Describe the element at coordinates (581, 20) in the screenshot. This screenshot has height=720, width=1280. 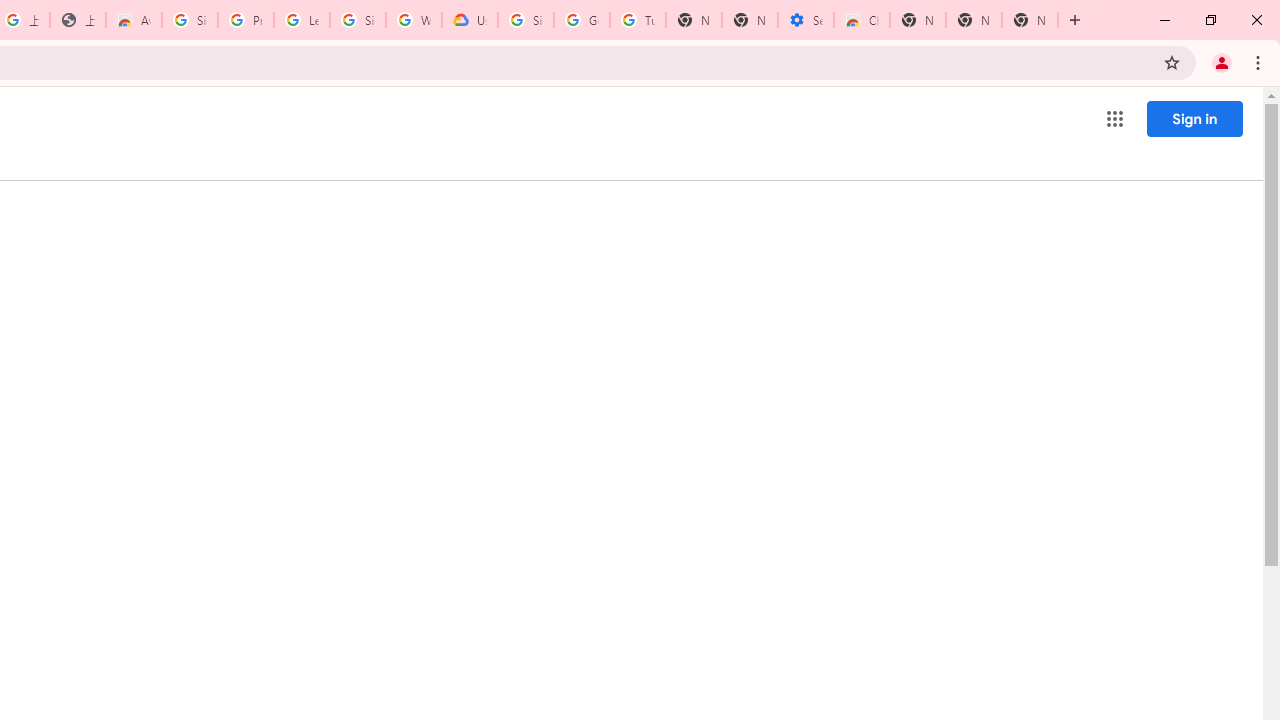
I see `'Google Account Help'` at that location.